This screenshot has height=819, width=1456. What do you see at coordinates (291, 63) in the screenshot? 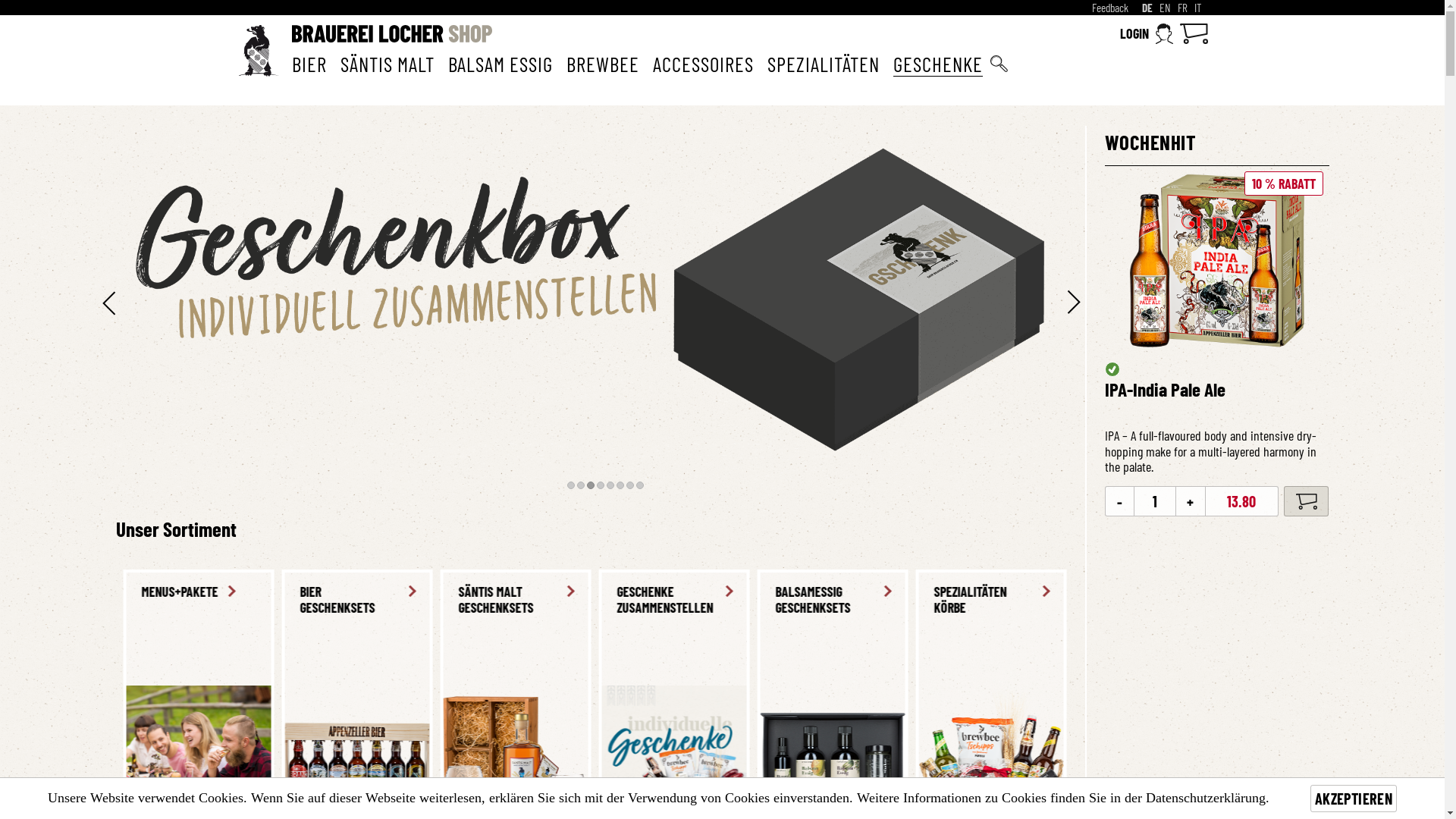
I see `'BIER'` at bounding box center [291, 63].